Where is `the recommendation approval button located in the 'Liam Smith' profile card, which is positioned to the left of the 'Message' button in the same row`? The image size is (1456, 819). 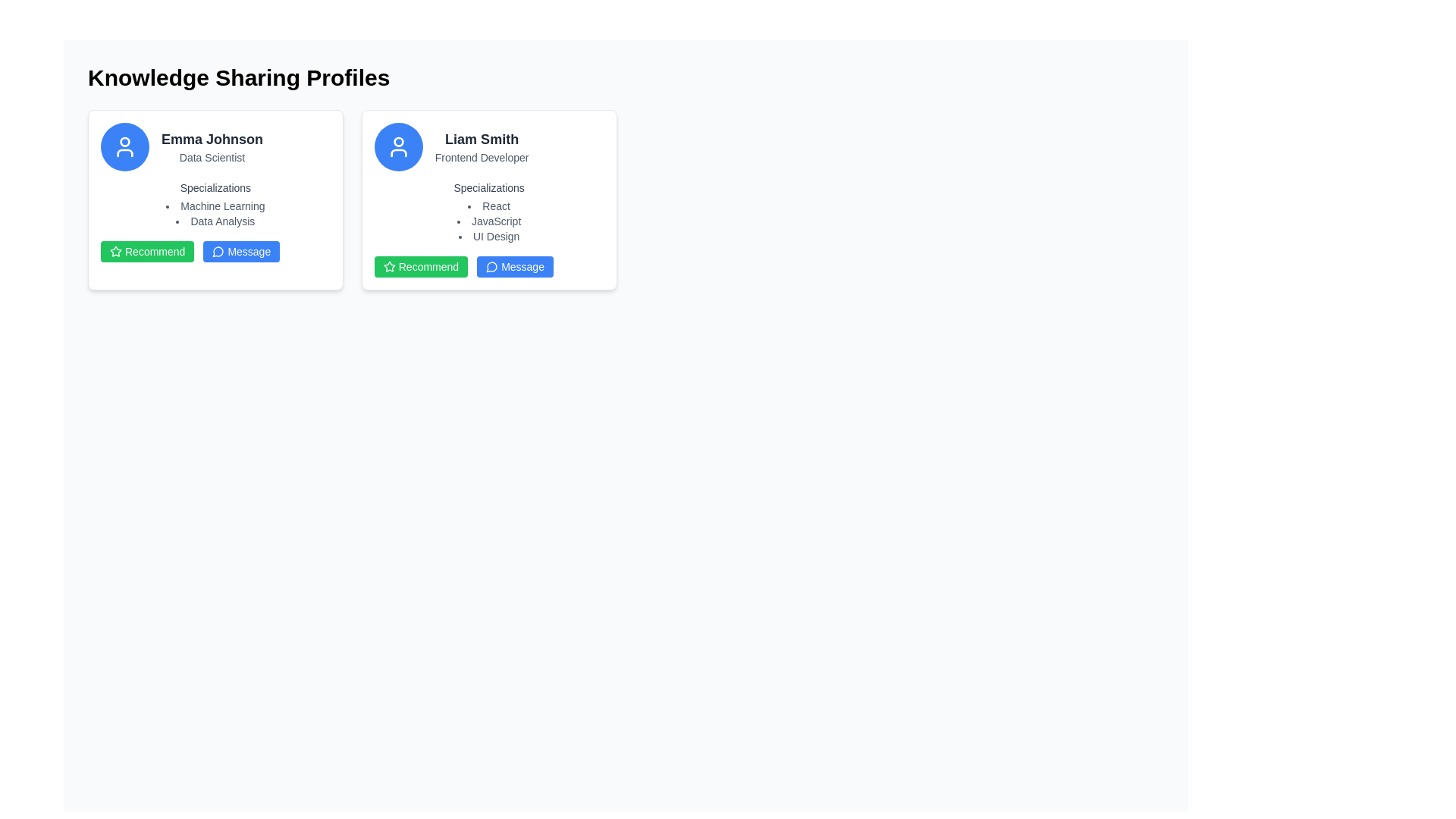
the recommendation approval button located in the 'Liam Smith' profile card, which is positioned to the left of the 'Message' button in the same row is located at coordinates (421, 265).